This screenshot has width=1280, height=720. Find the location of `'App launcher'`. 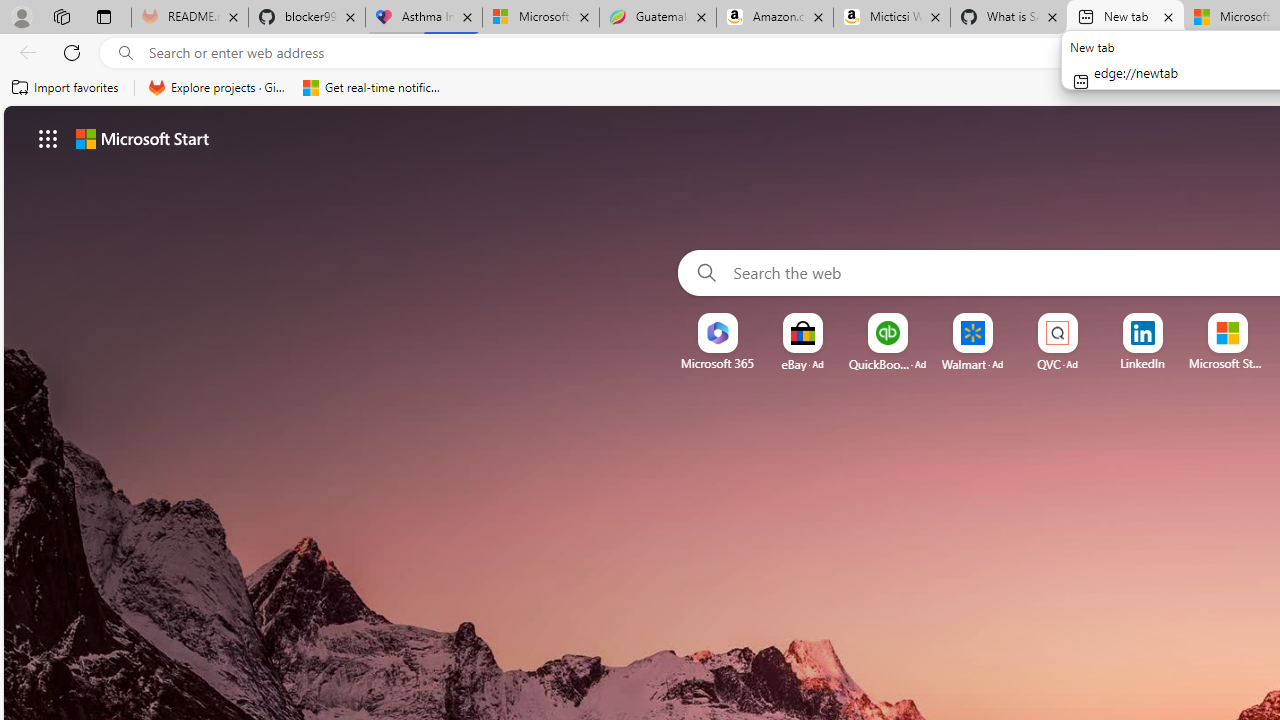

'App launcher' is located at coordinates (48, 137).